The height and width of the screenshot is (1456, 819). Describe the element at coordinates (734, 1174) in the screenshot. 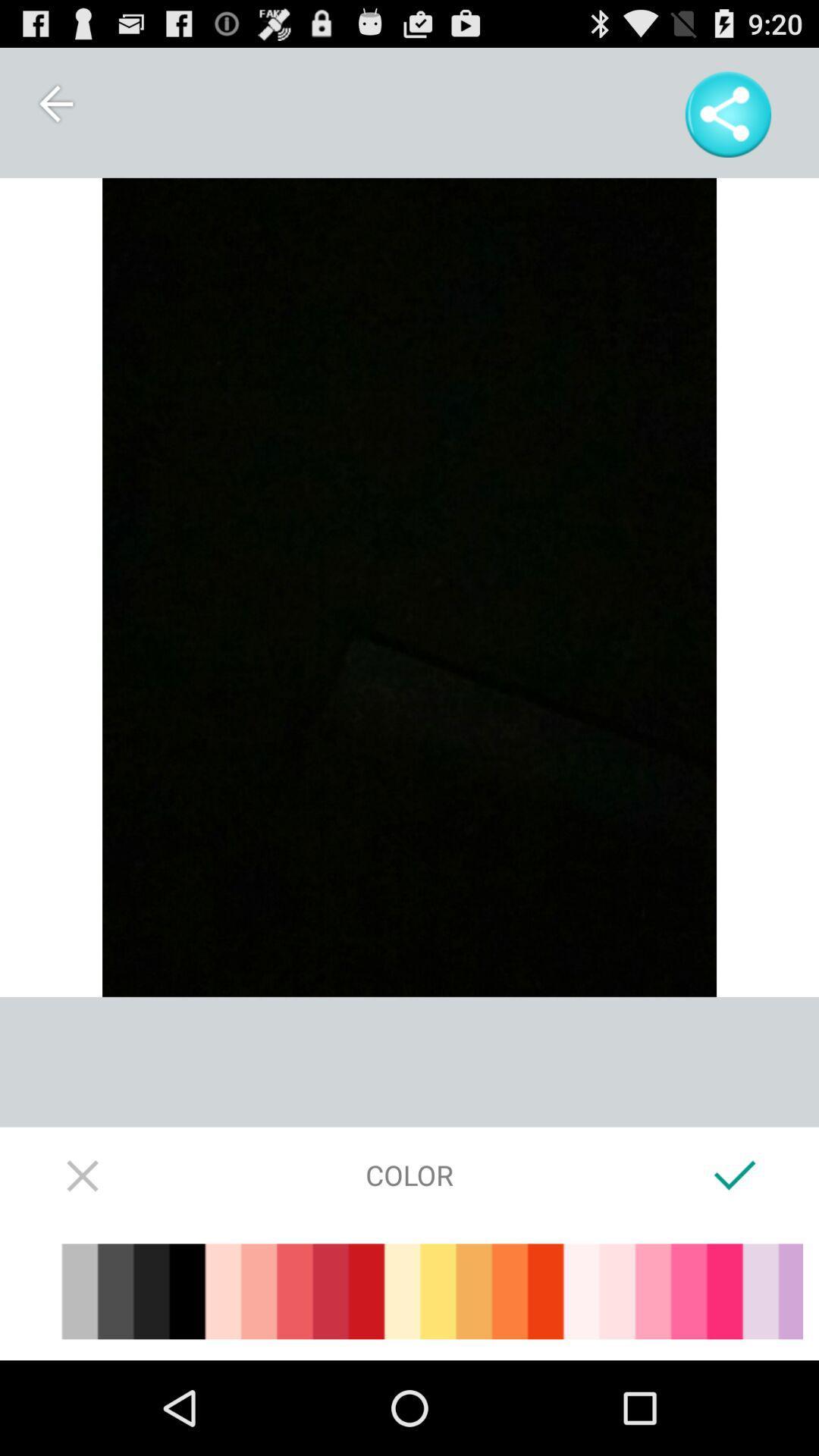

I see `accept color chosen` at that location.